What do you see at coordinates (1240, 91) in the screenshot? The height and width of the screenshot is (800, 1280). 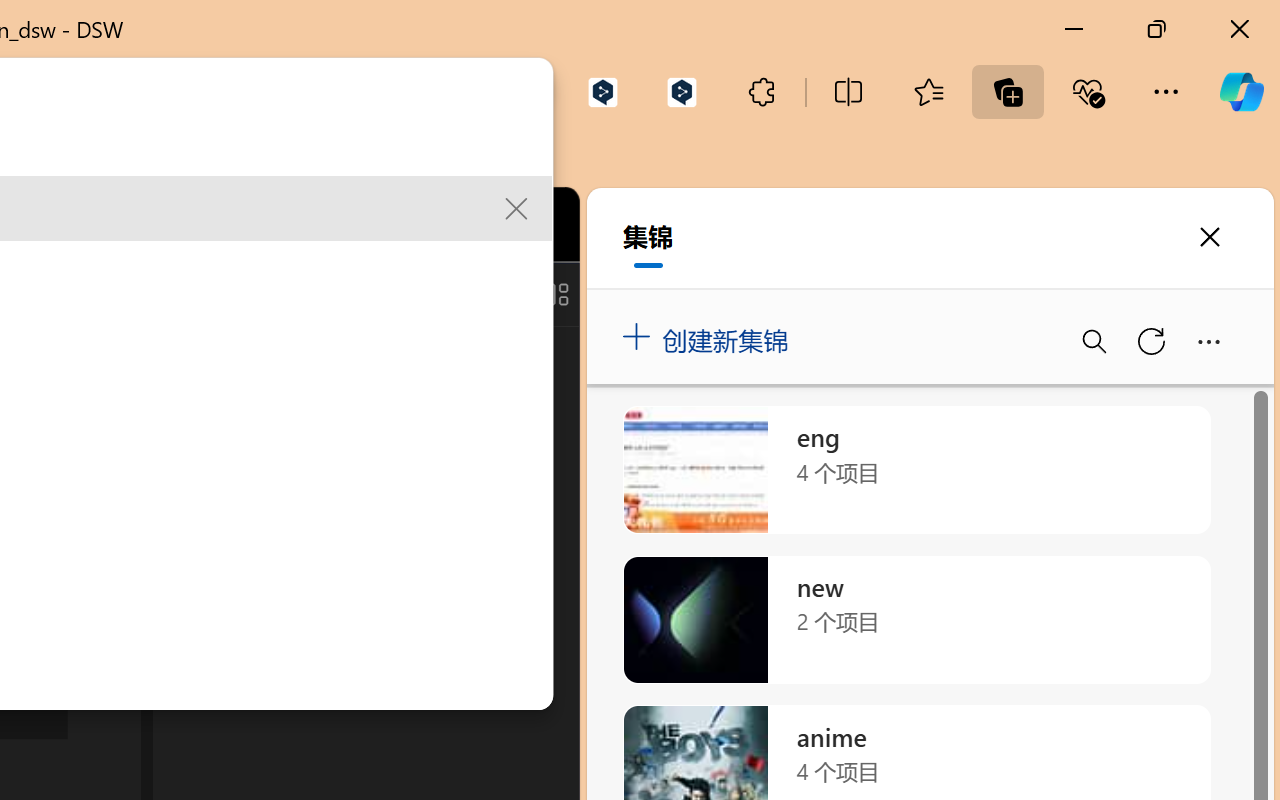 I see `'Copilot (Ctrl+Shift+.)'` at bounding box center [1240, 91].